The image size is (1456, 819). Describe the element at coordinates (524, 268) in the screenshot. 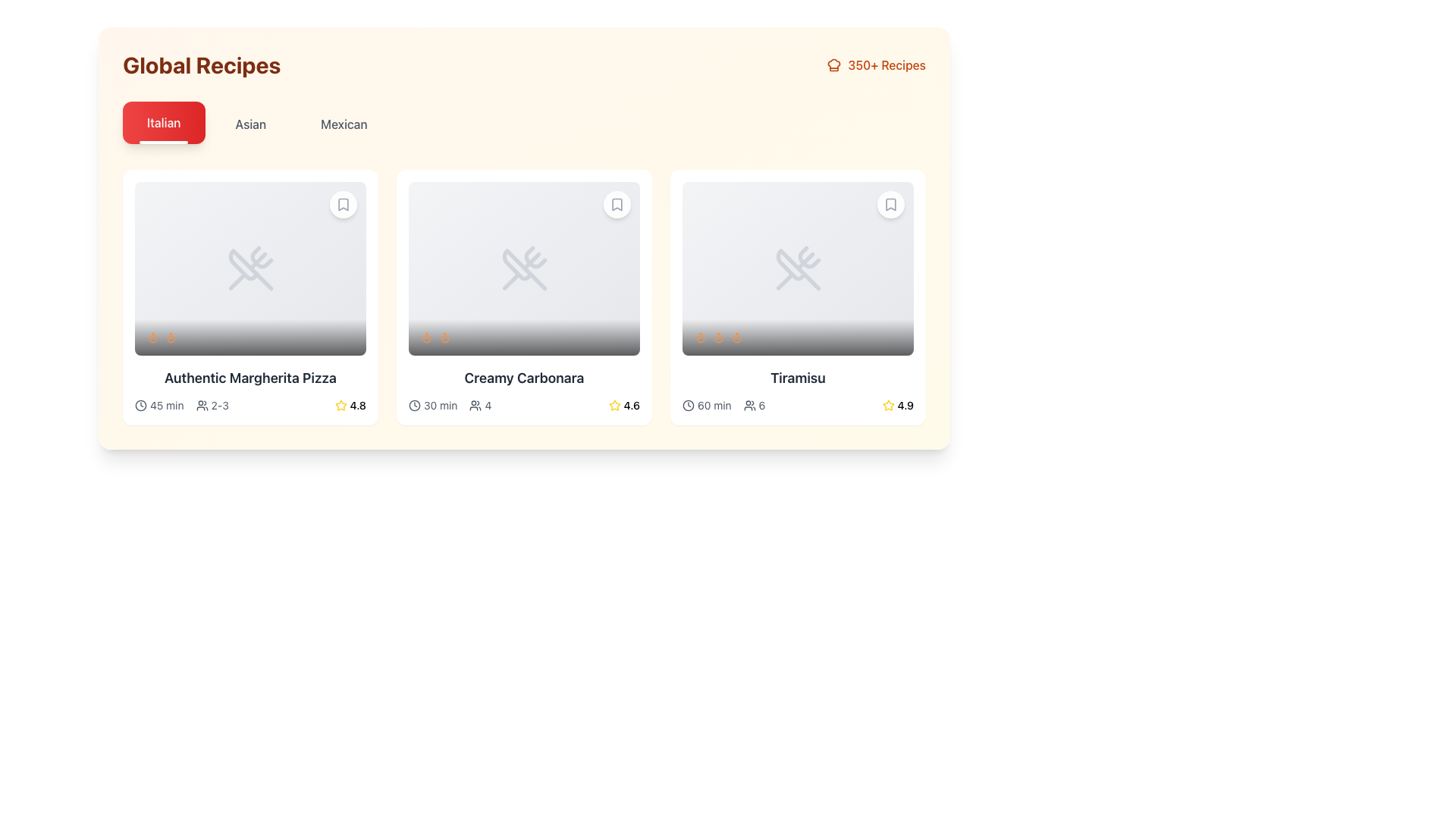

I see `the image placeholder panel with rounded corners featuring crossed utensils in the center, located in the second recipe card under the 'Italian' tab in the 'Global Recipes' section` at that location.